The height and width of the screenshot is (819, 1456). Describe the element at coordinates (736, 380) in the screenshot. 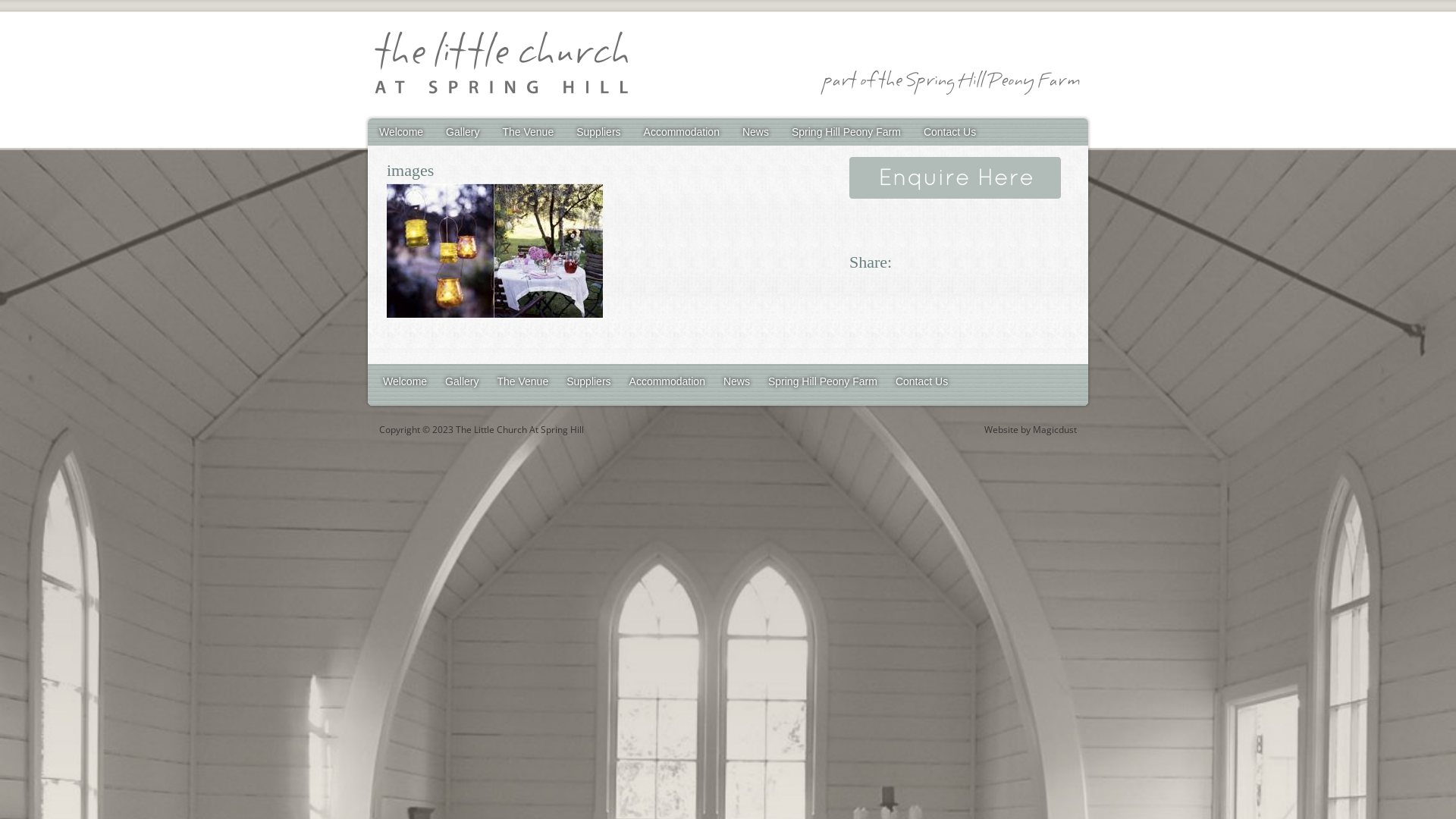

I see `'News'` at that location.